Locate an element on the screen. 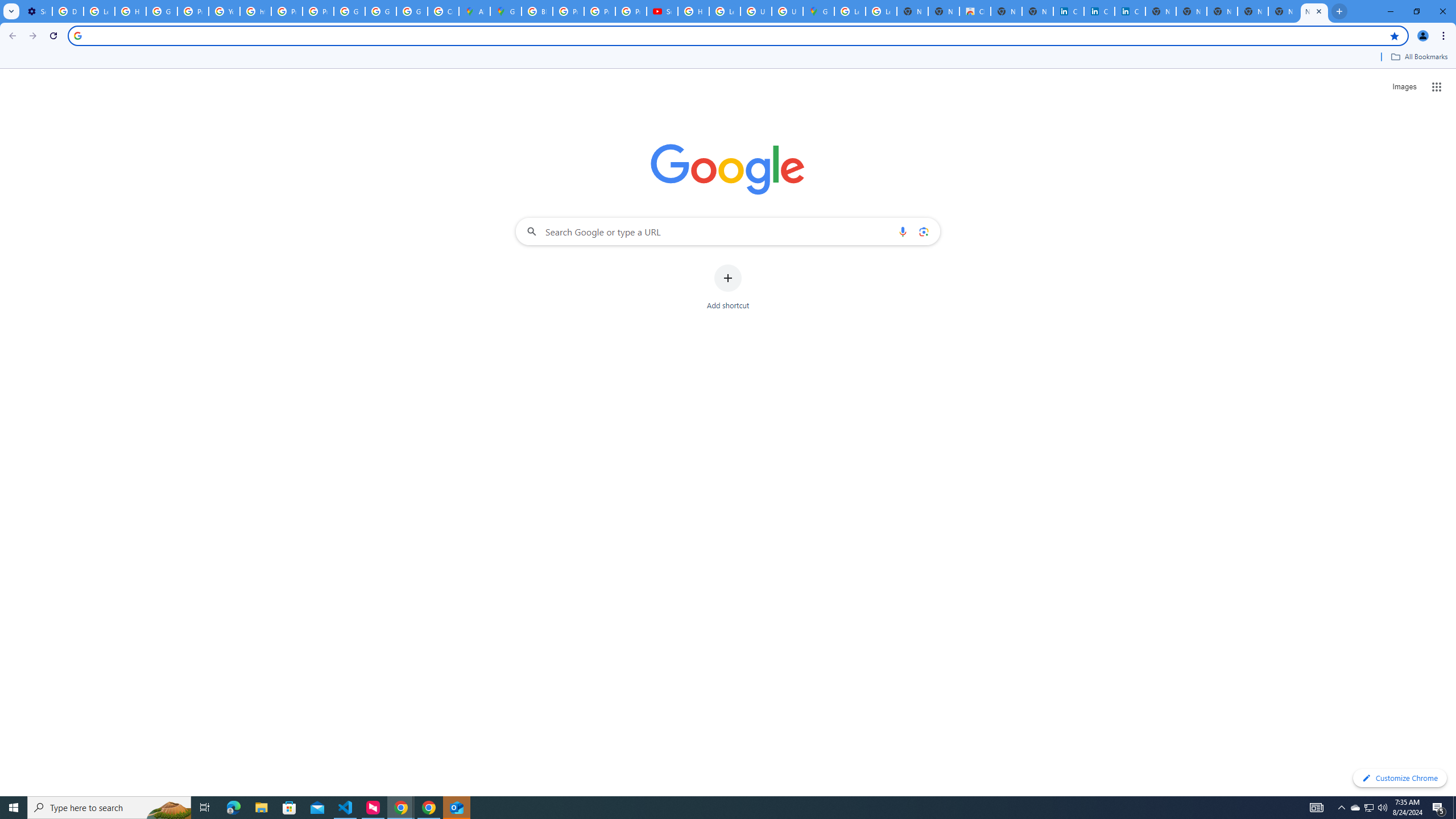 This screenshot has height=819, width=1456. 'Cookie Policy | LinkedIn' is located at coordinates (1099, 11).